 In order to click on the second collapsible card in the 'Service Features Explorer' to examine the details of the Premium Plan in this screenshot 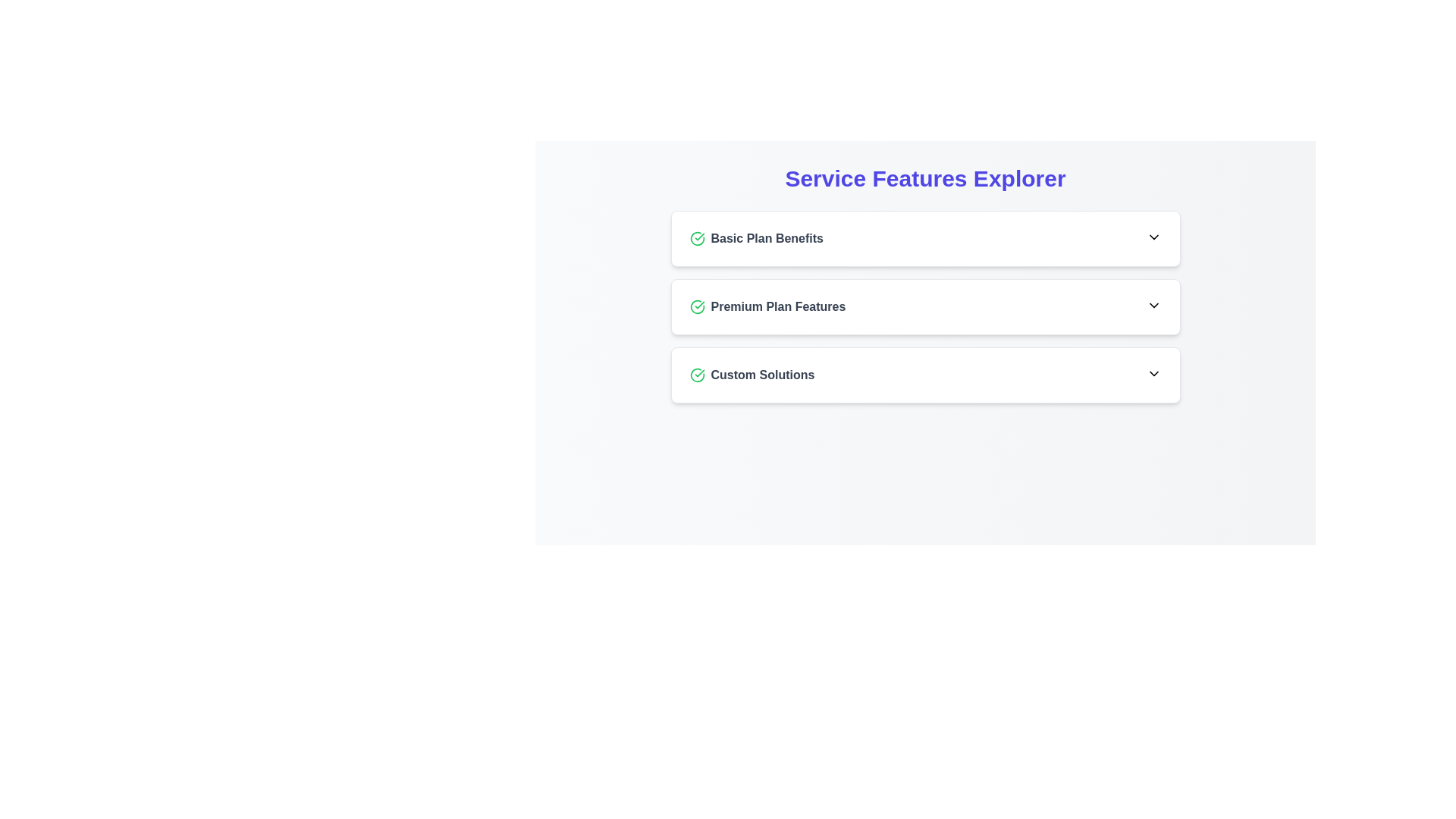, I will do `click(924, 307)`.